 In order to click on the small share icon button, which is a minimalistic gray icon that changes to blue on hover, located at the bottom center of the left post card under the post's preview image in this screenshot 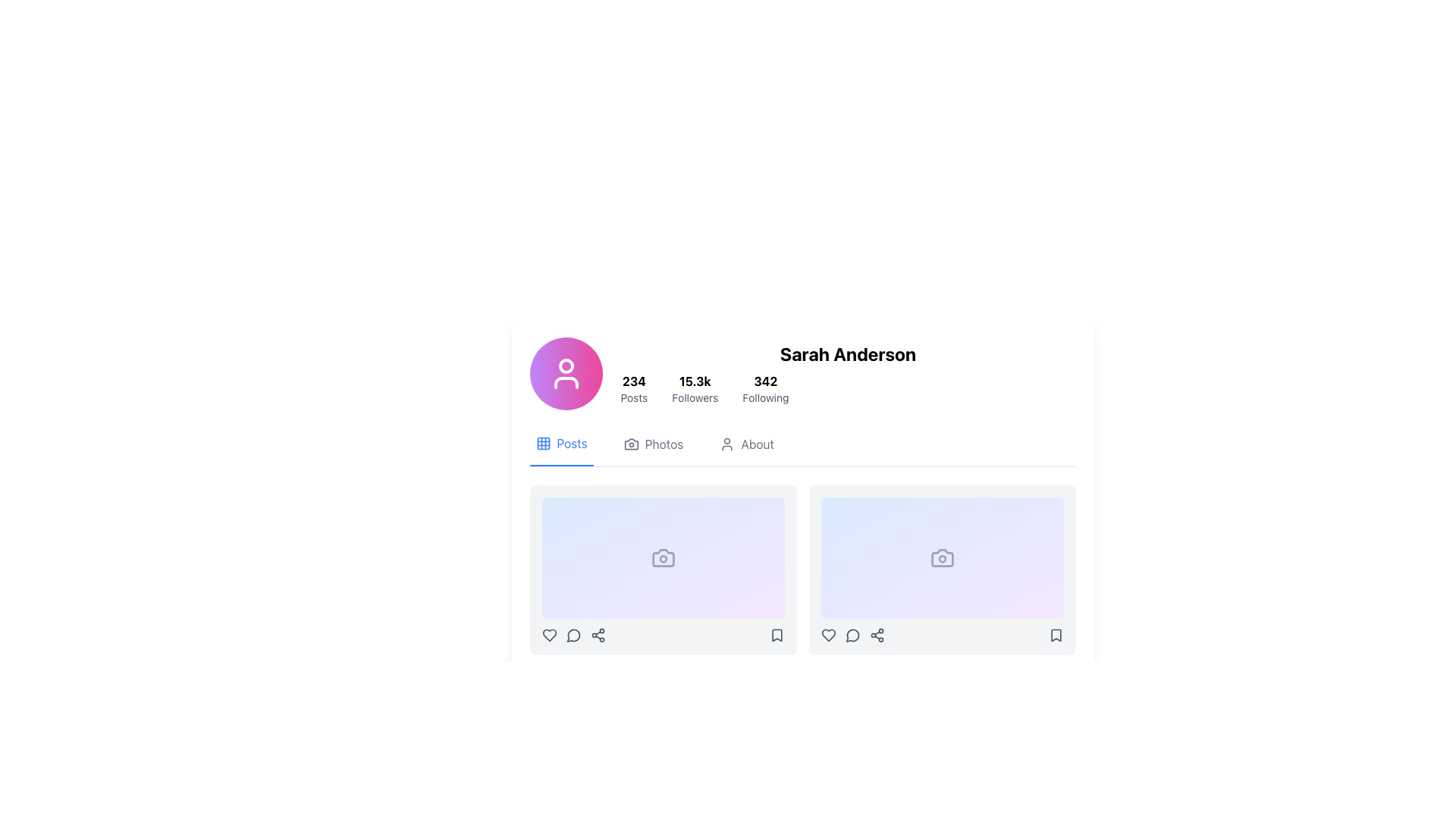, I will do `click(597, 635)`.